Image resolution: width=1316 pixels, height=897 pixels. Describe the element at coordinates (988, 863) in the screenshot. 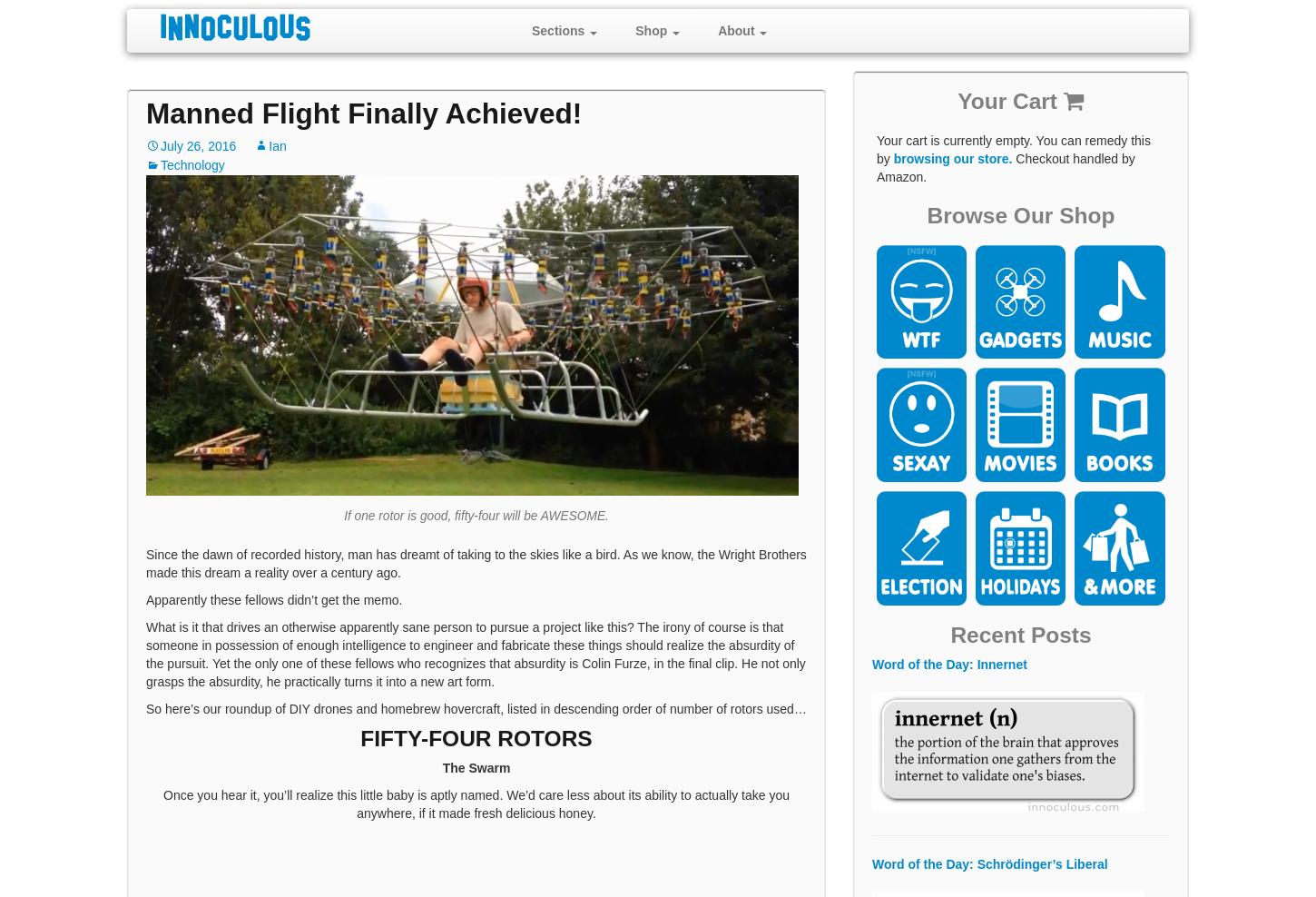

I see `'Word of the Day: Schrödinger’s Liberal'` at that location.